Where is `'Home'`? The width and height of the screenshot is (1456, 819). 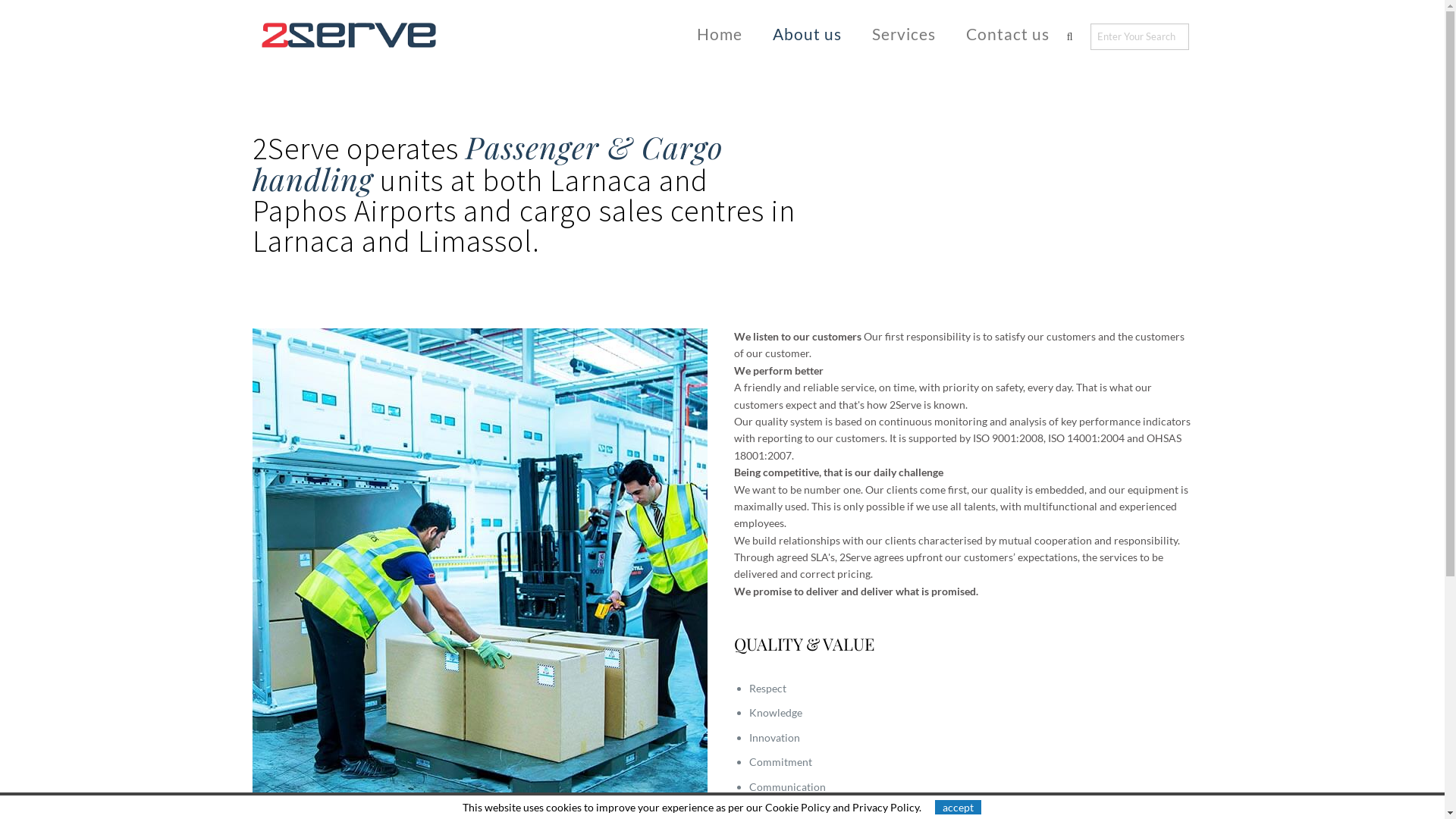
'Home' is located at coordinates (719, 33).